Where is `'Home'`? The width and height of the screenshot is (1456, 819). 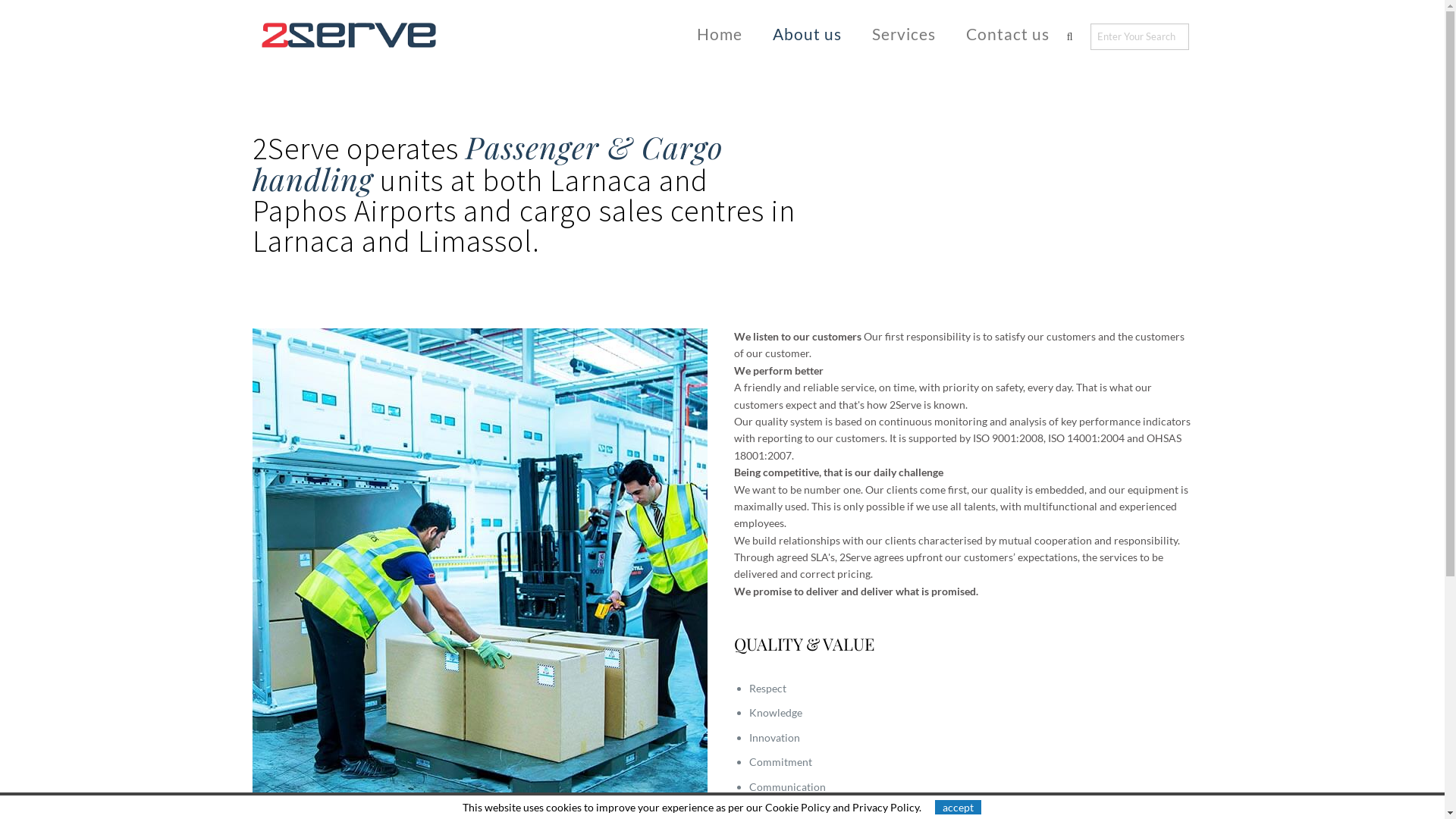
'Home' is located at coordinates (719, 33).